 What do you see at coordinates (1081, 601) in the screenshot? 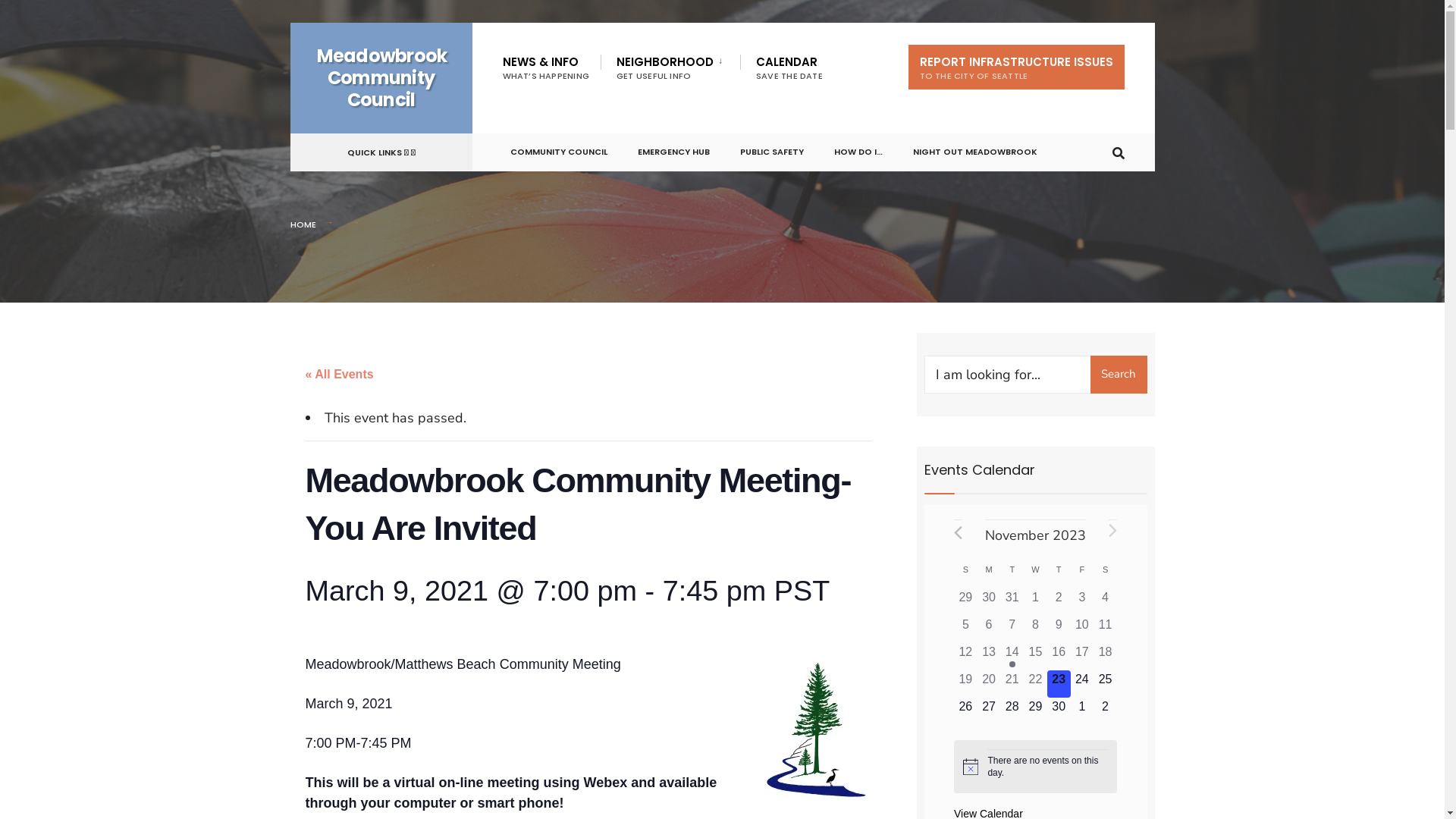
I see `'0 events,` at bounding box center [1081, 601].